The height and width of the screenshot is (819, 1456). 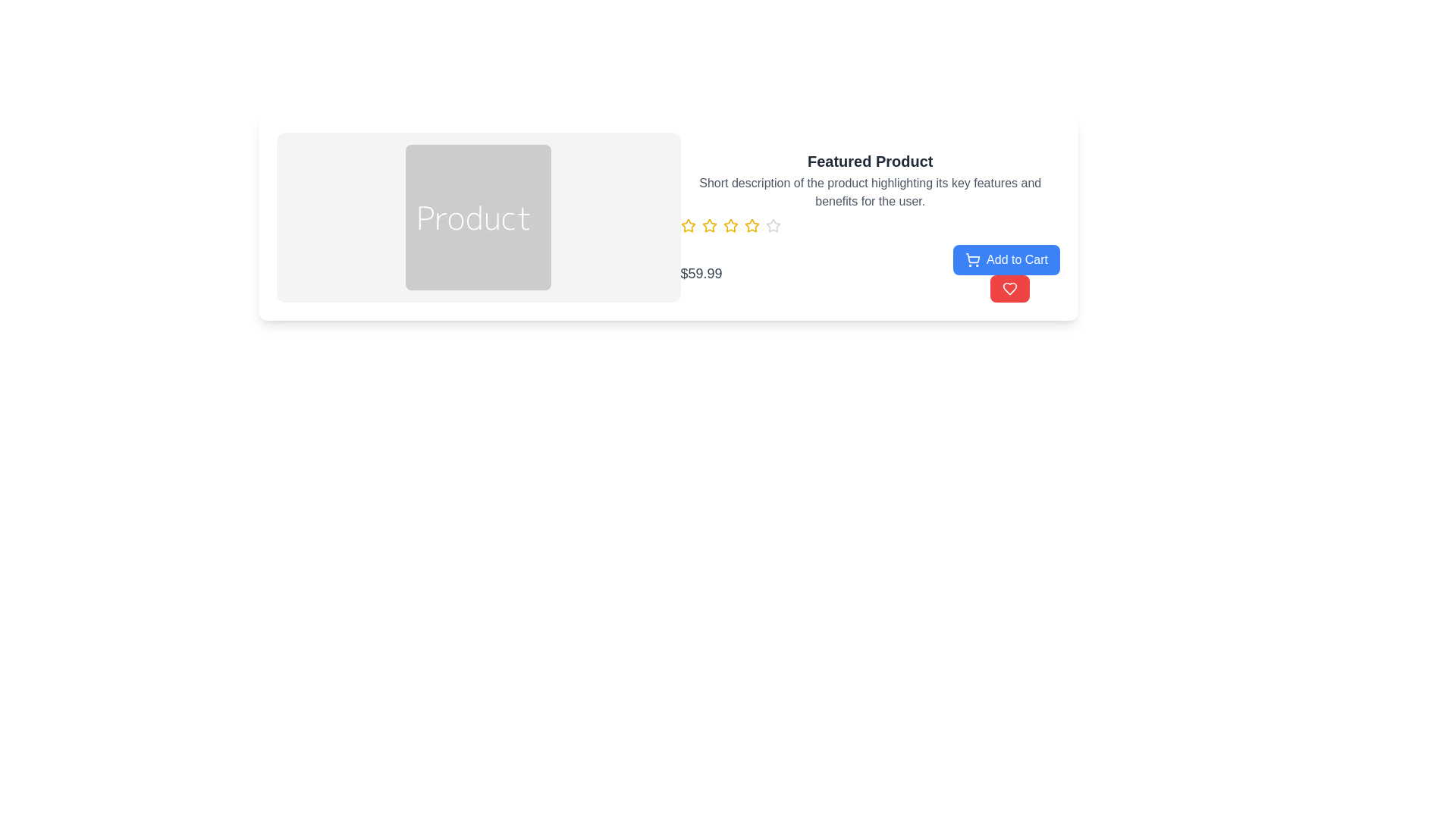 I want to click on the second yellow star icon in the rating component, so click(x=708, y=226).